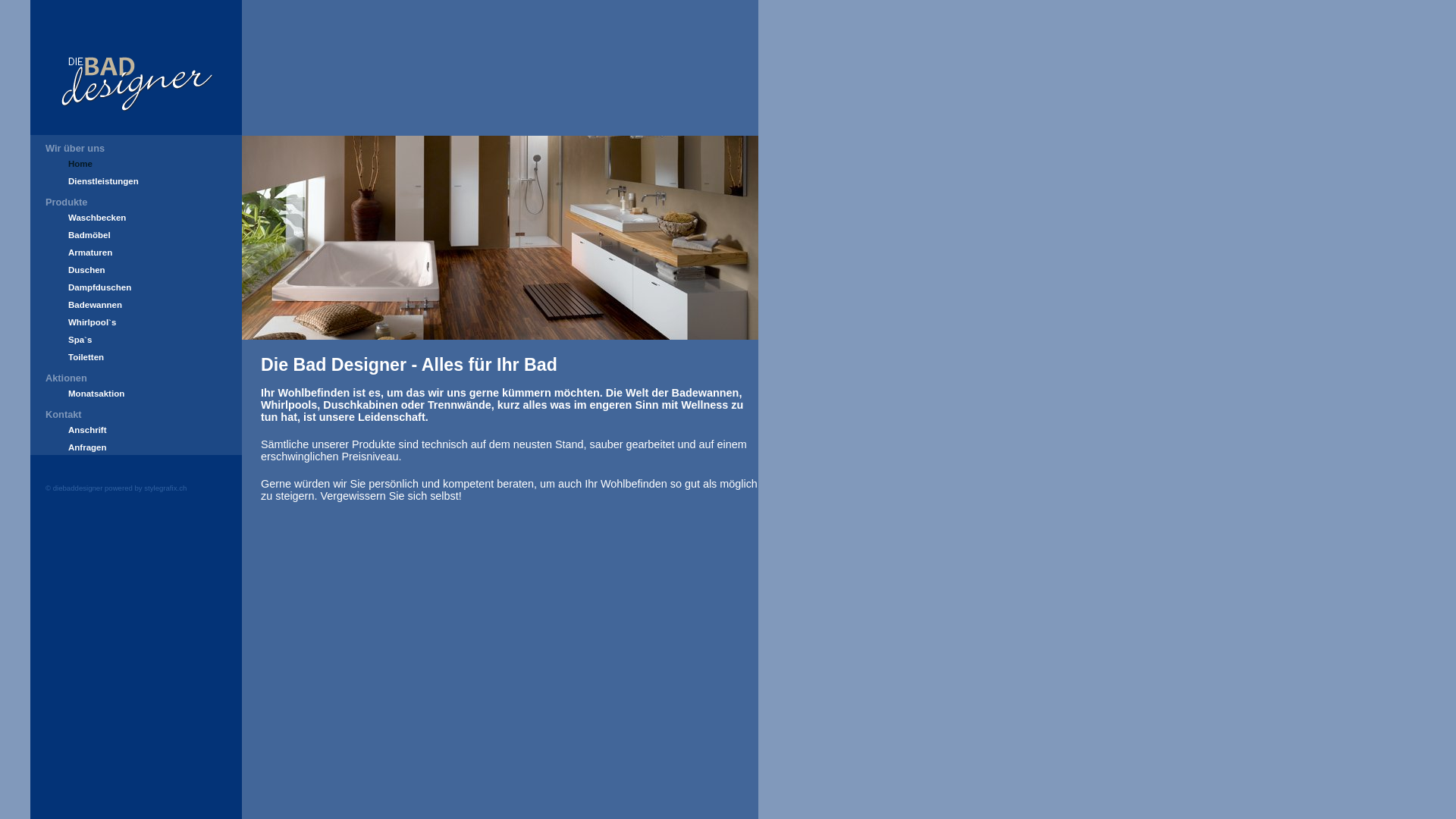 This screenshot has height=819, width=1456. I want to click on 'Toiletten', so click(67, 356).